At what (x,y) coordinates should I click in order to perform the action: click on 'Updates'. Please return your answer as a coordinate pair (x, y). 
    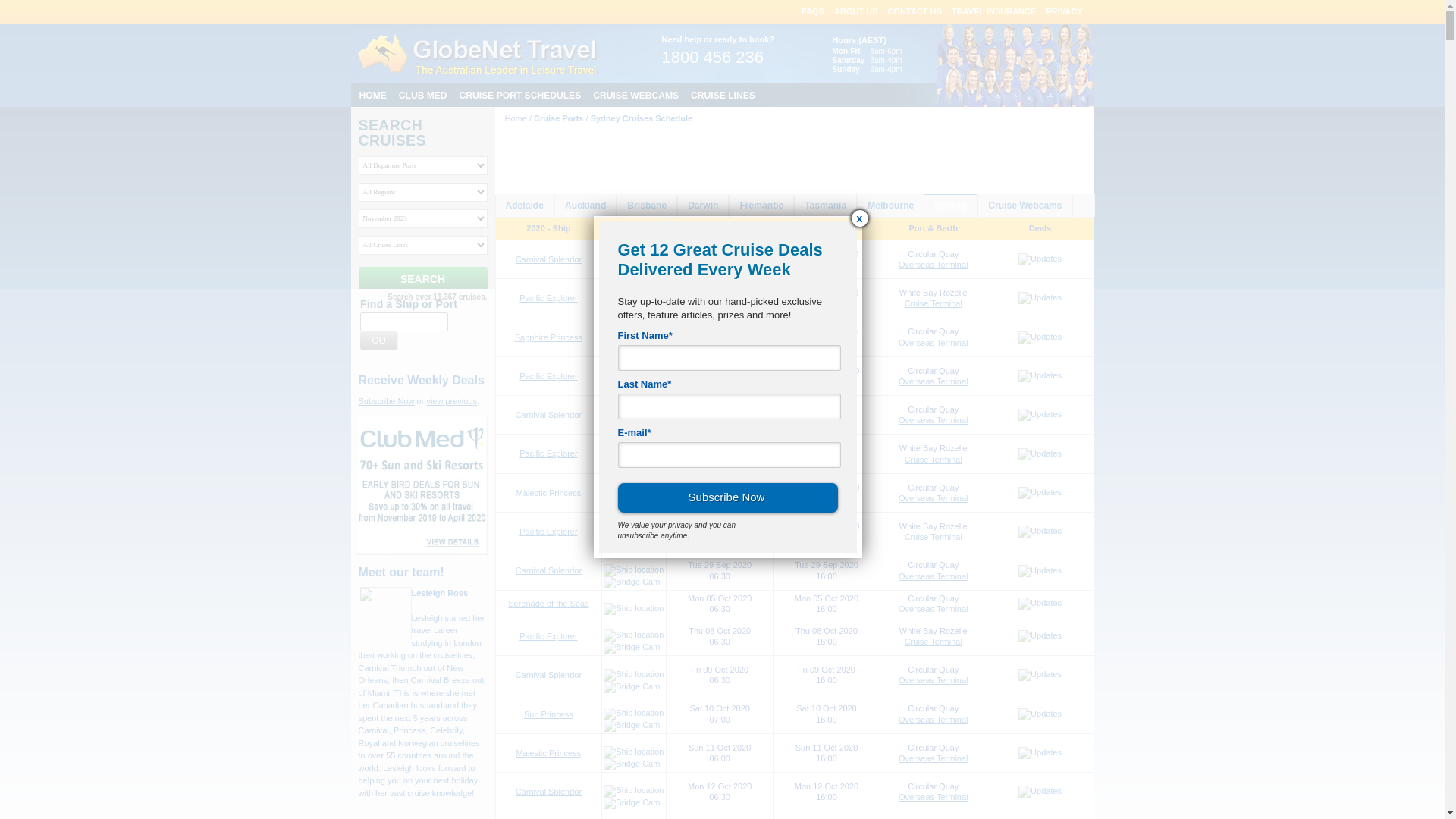
    Looking at the image, I should click on (1039, 453).